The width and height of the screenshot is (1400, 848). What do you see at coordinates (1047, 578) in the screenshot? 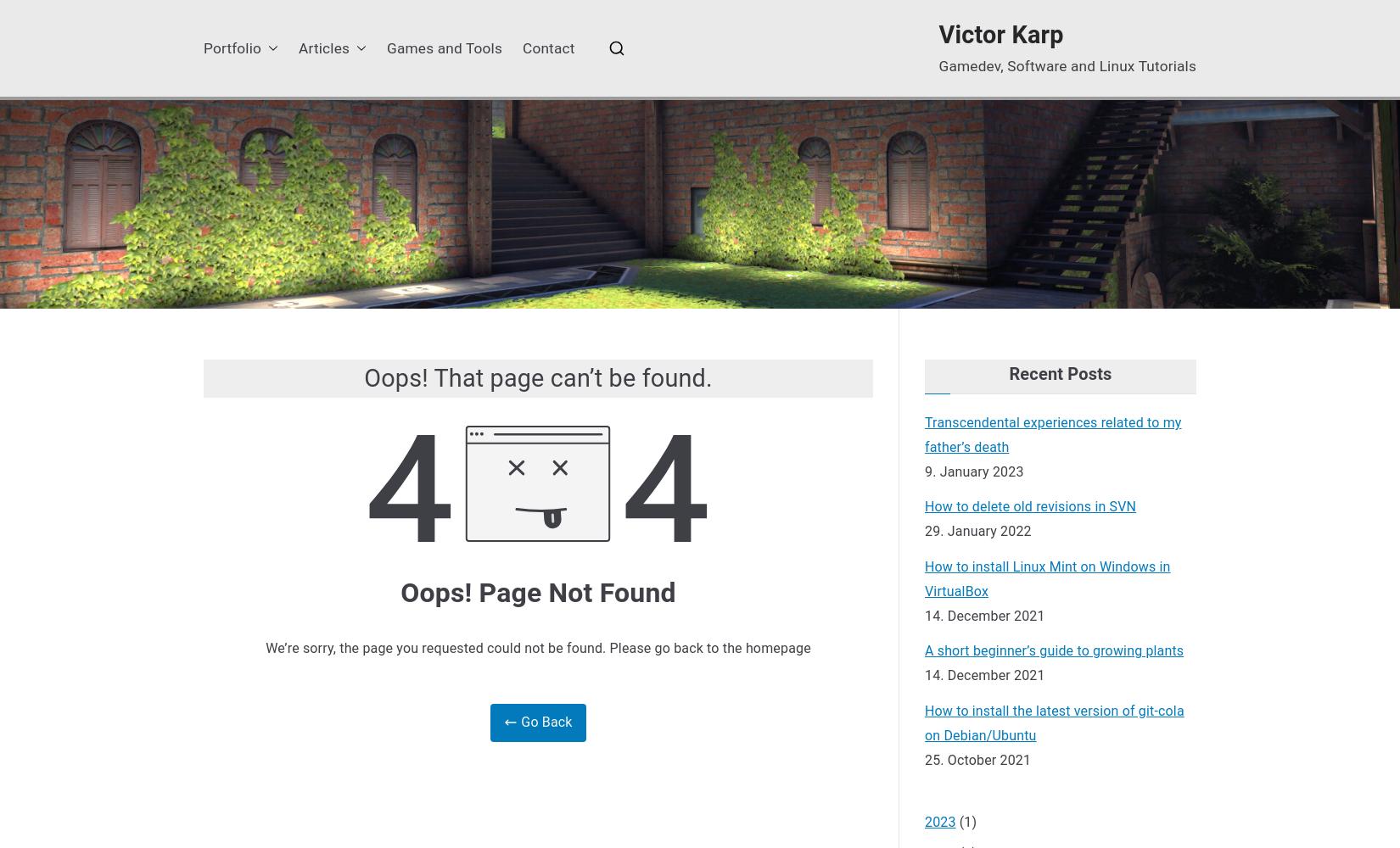
I see `'How to install Linux Mint on Windows in VirtualBox'` at bounding box center [1047, 578].